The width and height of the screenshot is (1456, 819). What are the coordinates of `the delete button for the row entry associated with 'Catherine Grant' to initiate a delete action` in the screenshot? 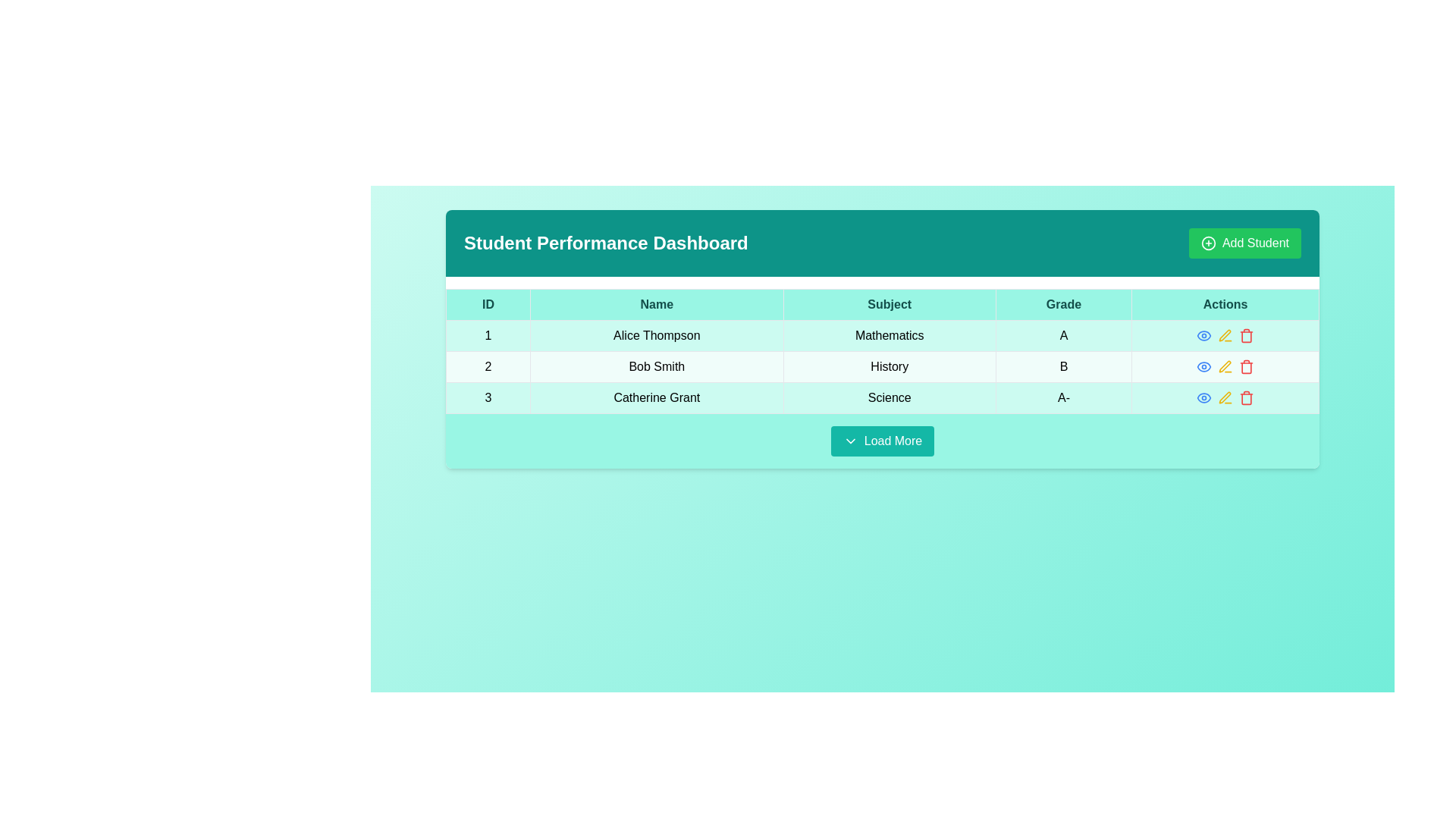 It's located at (1247, 397).